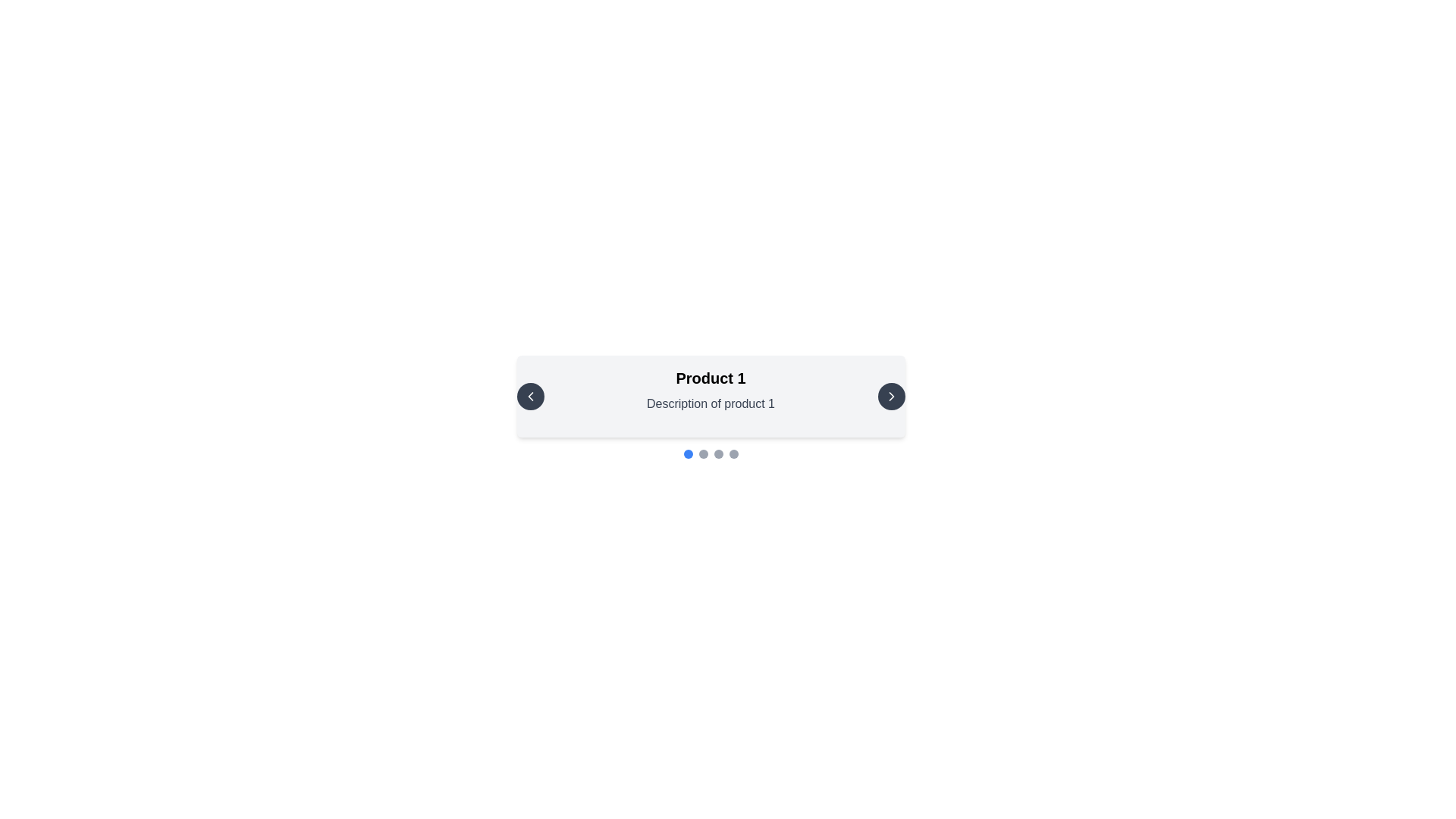  I want to click on the right-pointing chevron icon located within the dark gray circular button, so click(891, 396).